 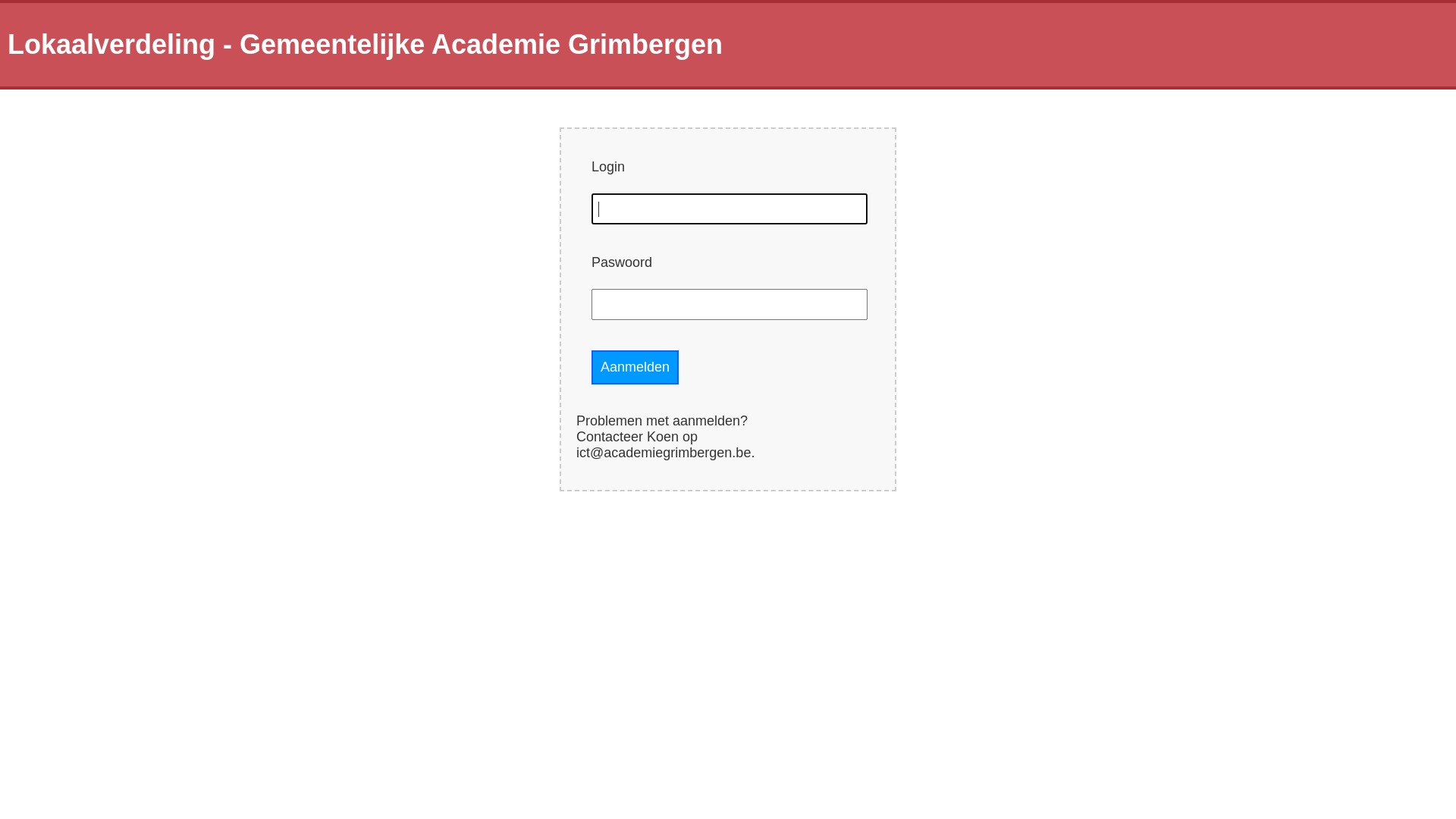 I want to click on 'Aanmelden', so click(x=635, y=367).